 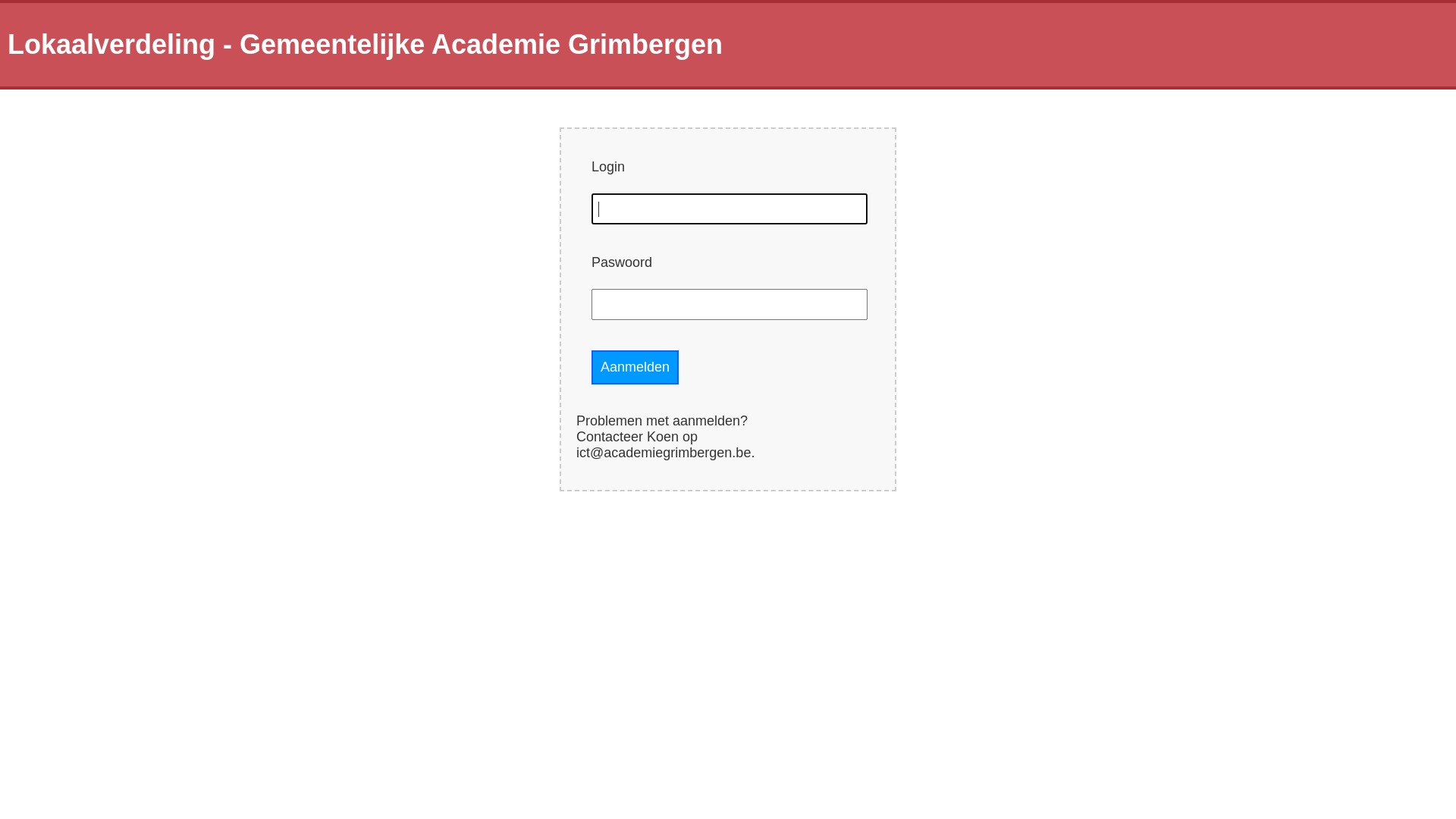 I want to click on 'Aanmelden', so click(x=635, y=367).